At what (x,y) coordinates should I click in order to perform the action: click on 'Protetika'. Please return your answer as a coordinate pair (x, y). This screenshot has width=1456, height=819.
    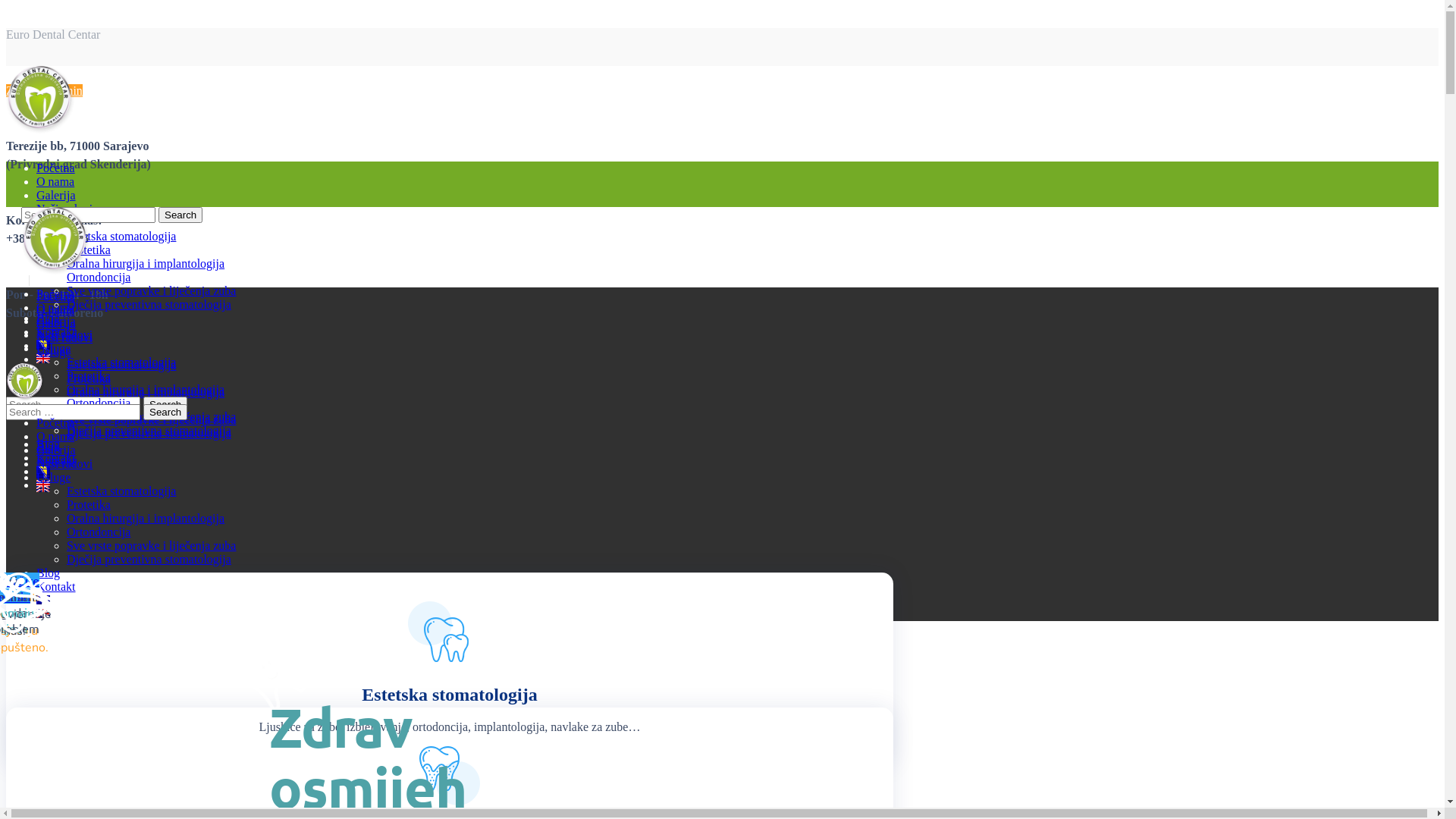
    Looking at the image, I should click on (87, 375).